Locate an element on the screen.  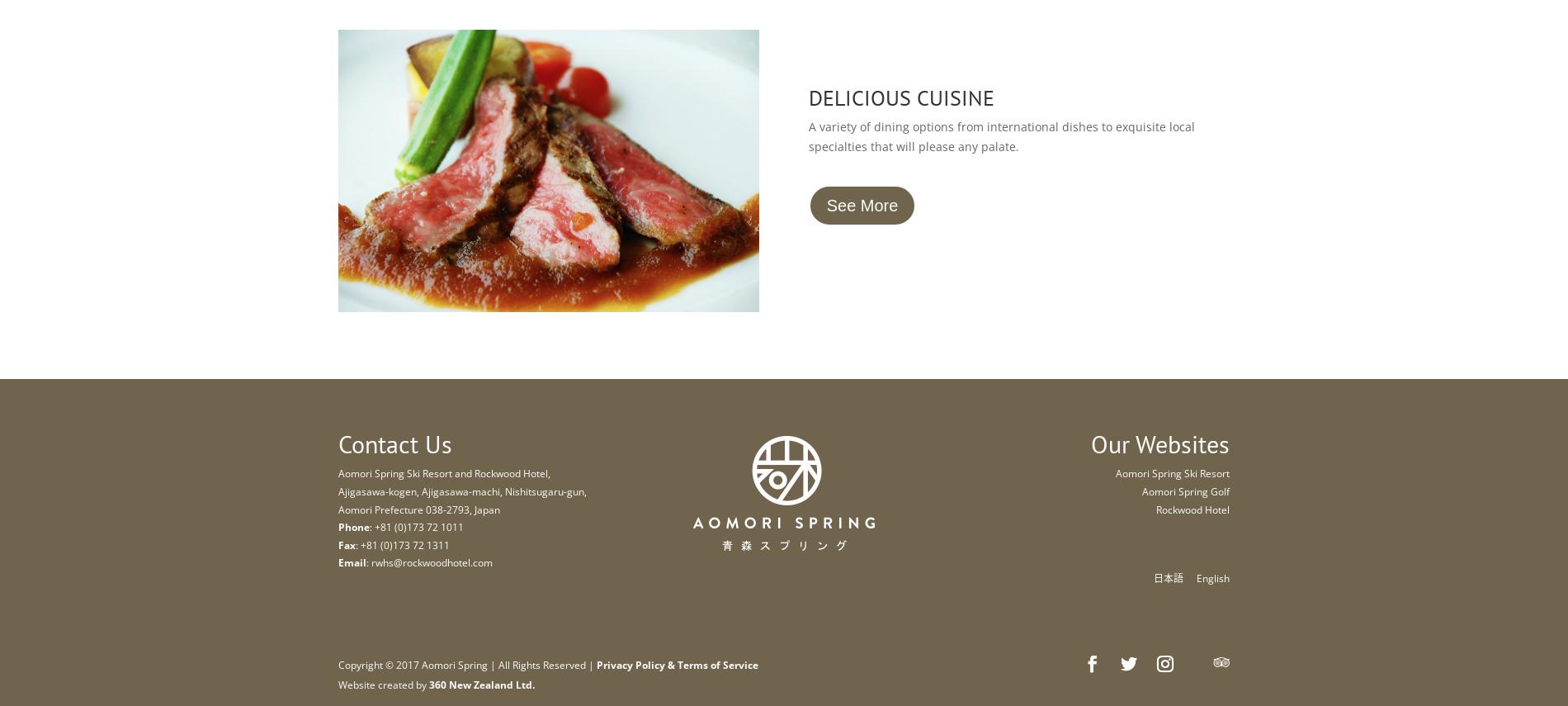
'Our Websites' is located at coordinates (1159, 443).